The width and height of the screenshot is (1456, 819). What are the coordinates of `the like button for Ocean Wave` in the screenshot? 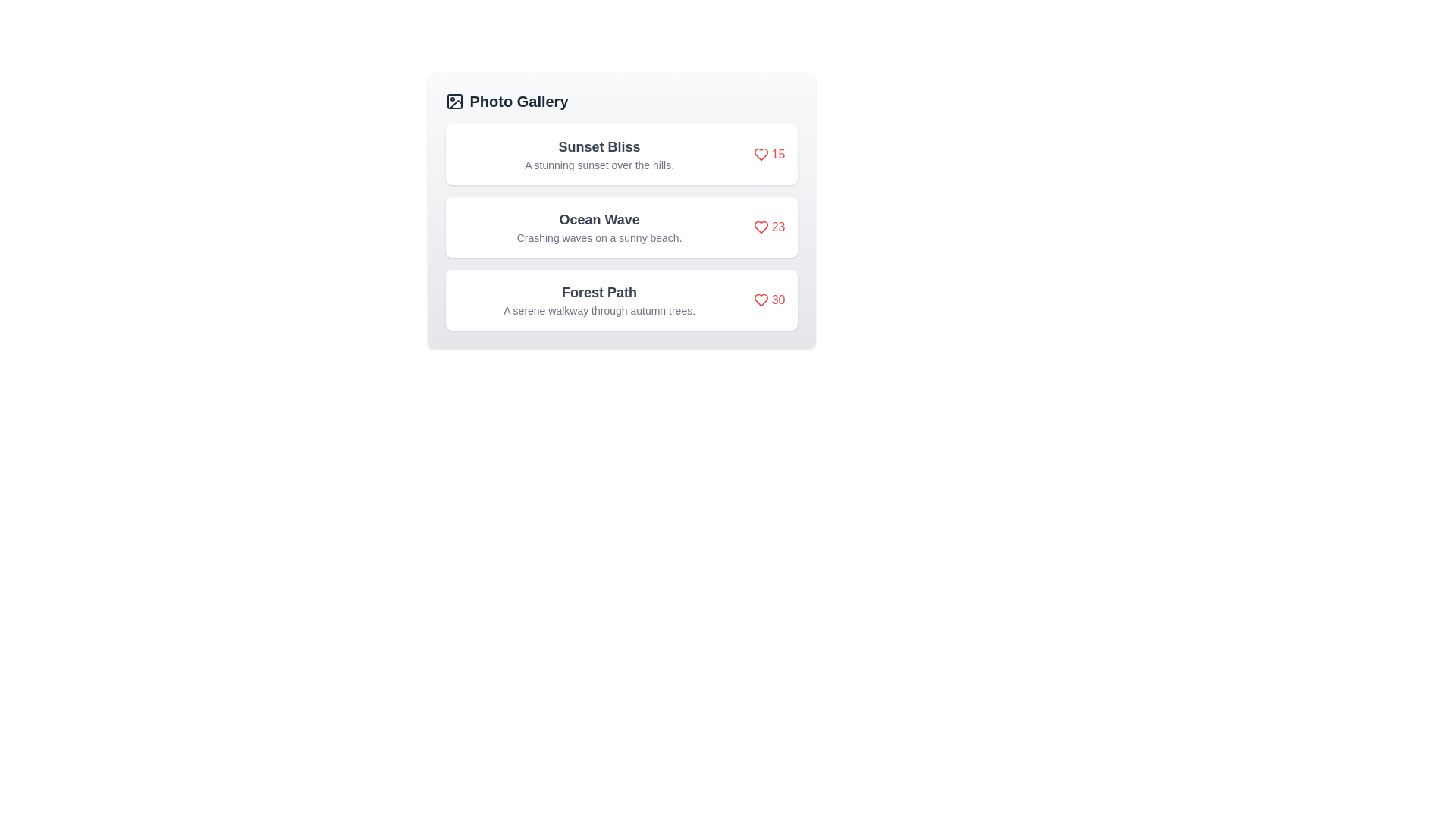 It's located at (769, 227).